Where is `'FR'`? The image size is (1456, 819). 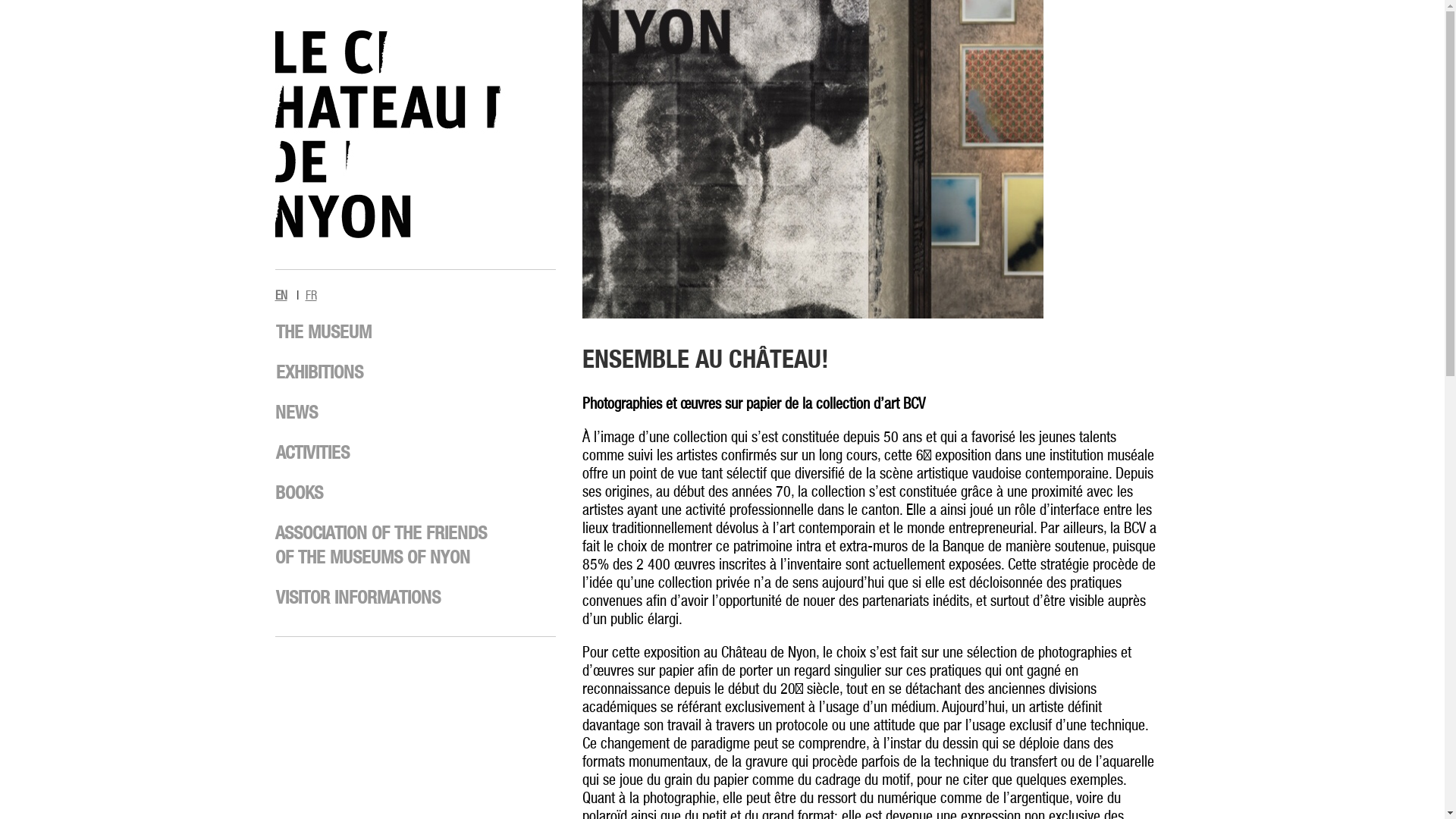 'FR' is located at coordinates (309, 295).